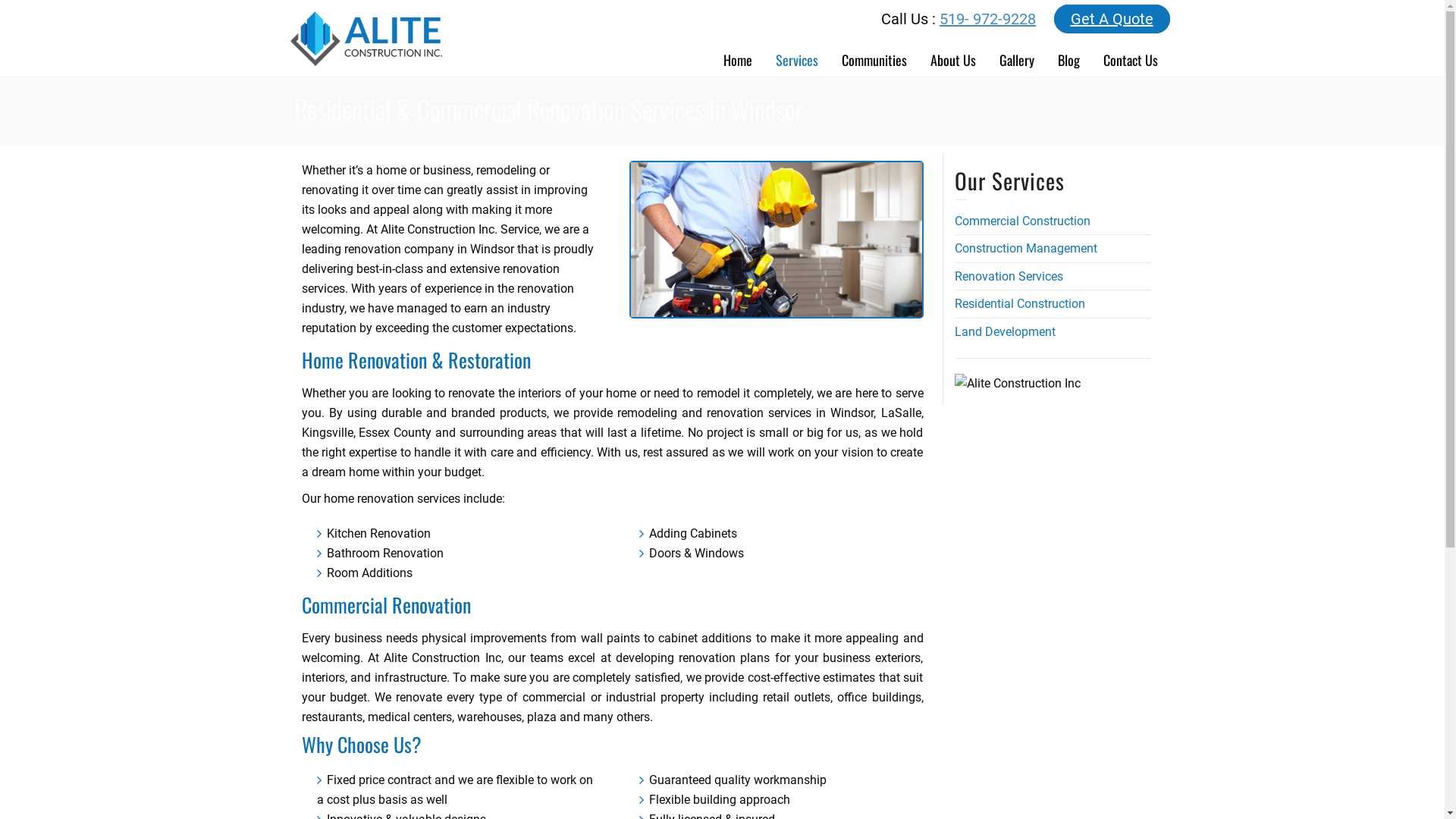 Image resolution: width=1456 pixels, height=819 pixels. Describe the element at coordinates (1068, 54) in the screenshot. I see `'Blog'` at that location.